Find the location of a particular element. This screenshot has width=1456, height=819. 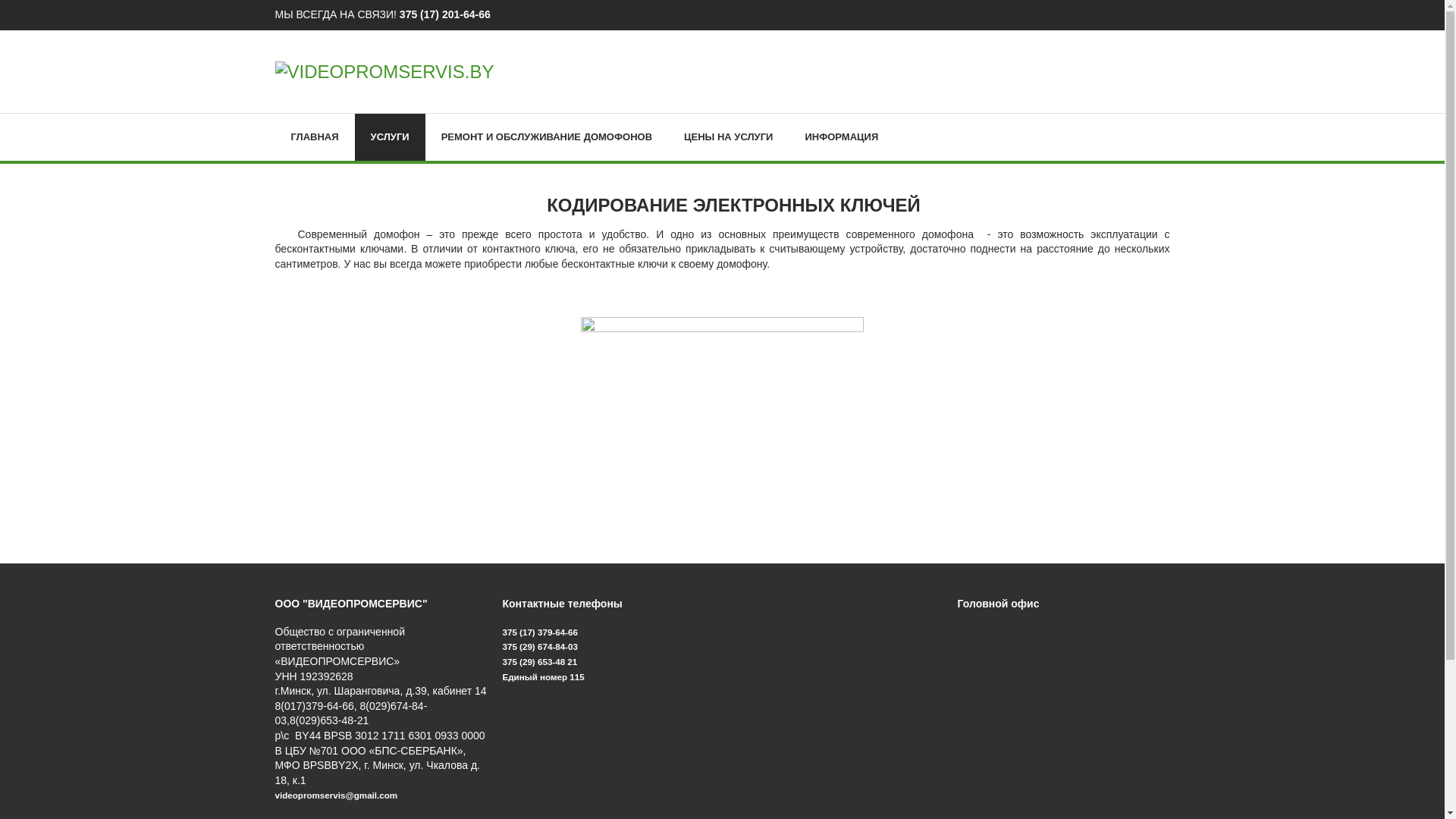

'videopromservis.by' is located at coordinates (384, 71).